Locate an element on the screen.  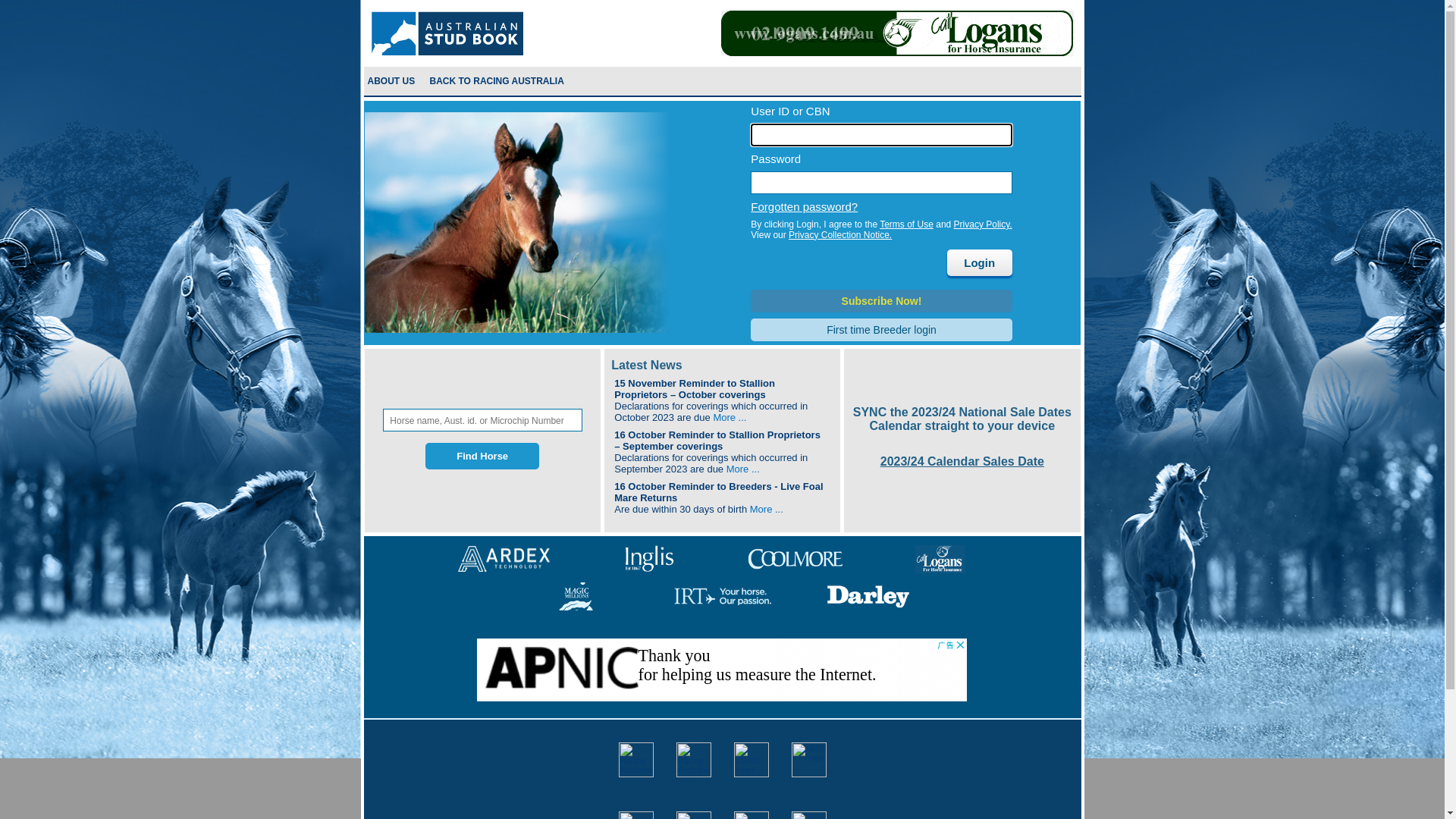
'Magic-Millions' is located at coordinates (576, 595).